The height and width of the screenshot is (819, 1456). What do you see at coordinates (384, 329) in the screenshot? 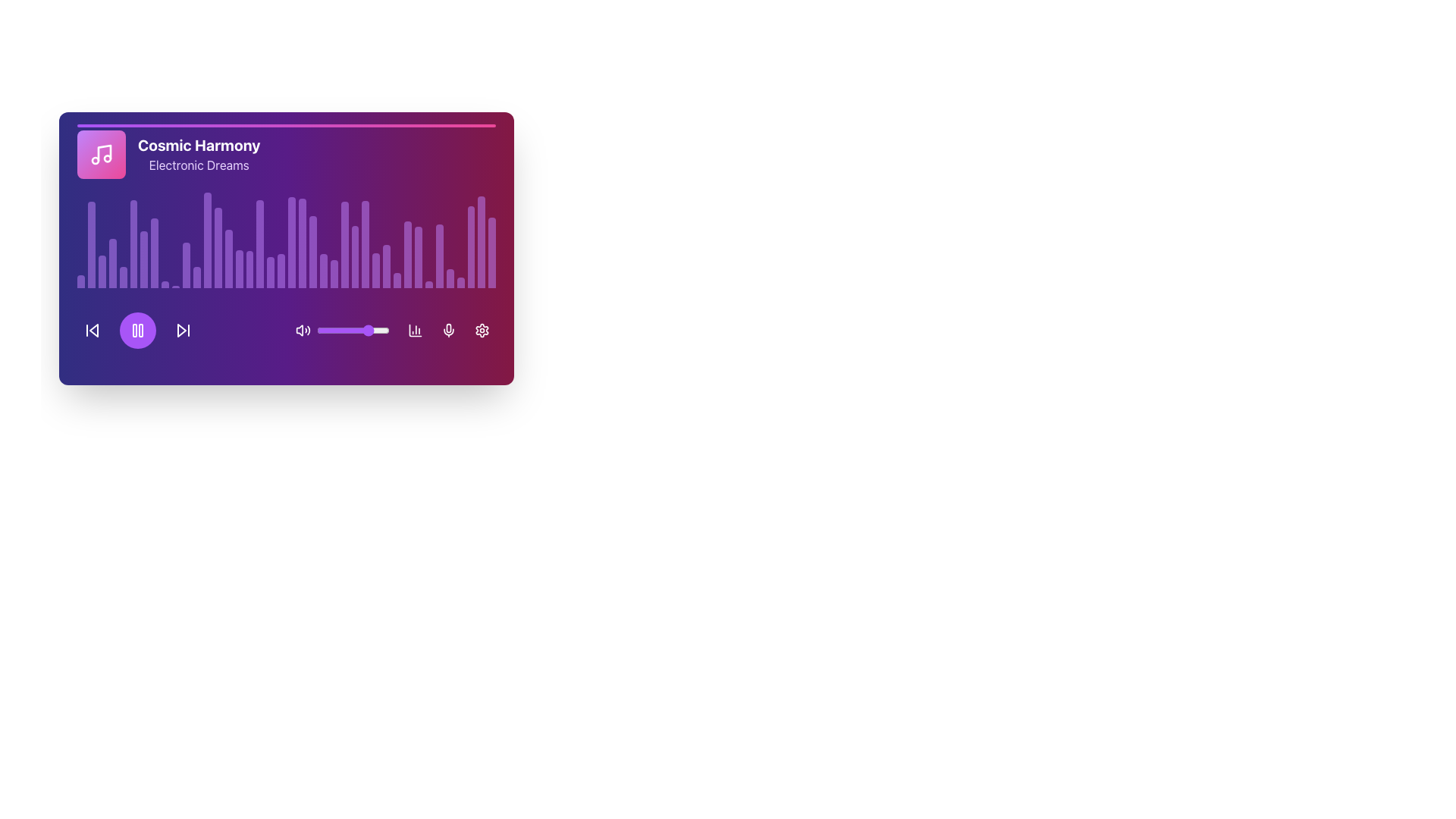
I see `the value of the slider` at bounding box center [384, 329].